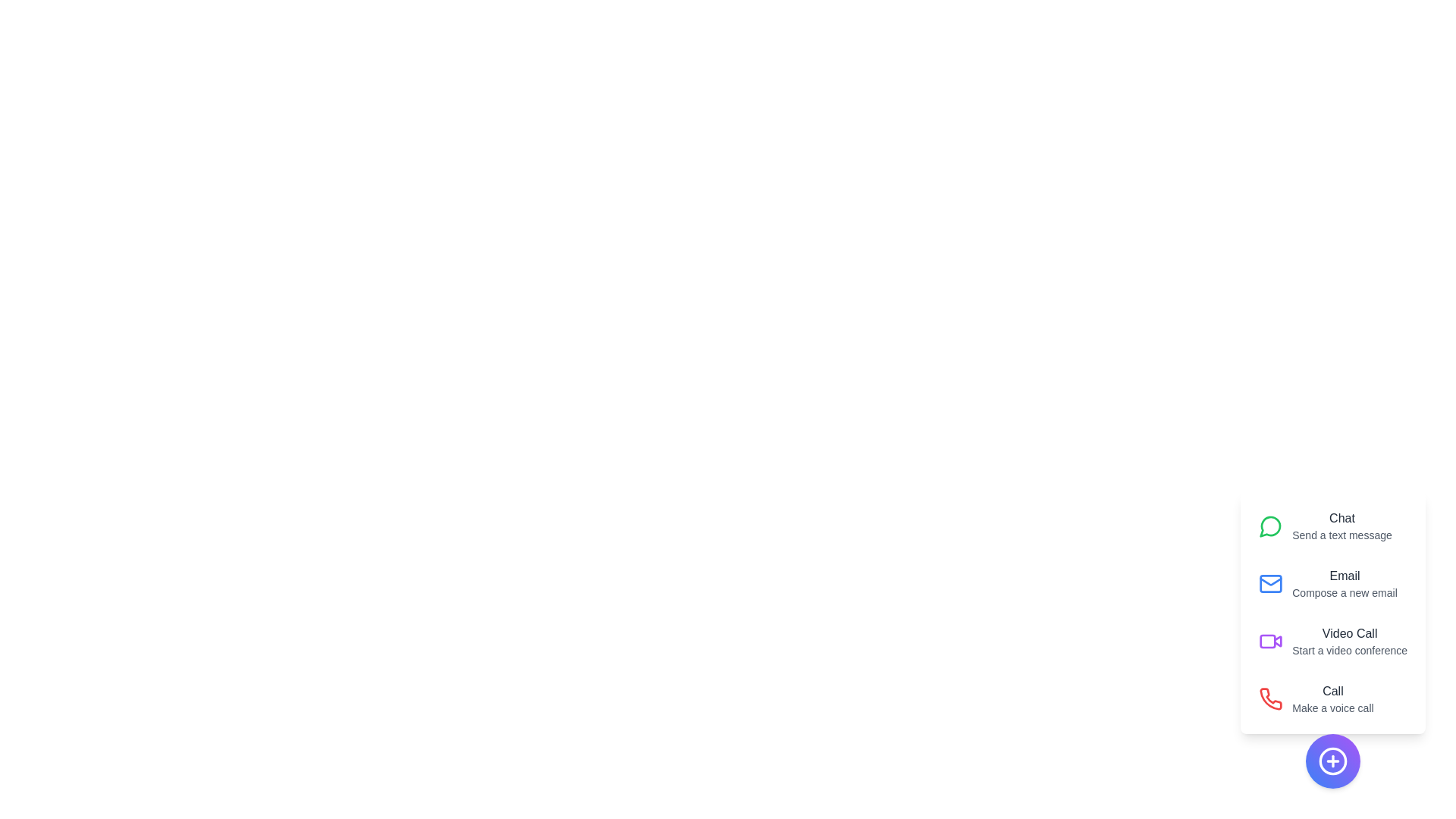  Describe the element at coordinates (1332, 526) in the screenshot. I see `the 'Chat' action to initiate a text message` at that location.